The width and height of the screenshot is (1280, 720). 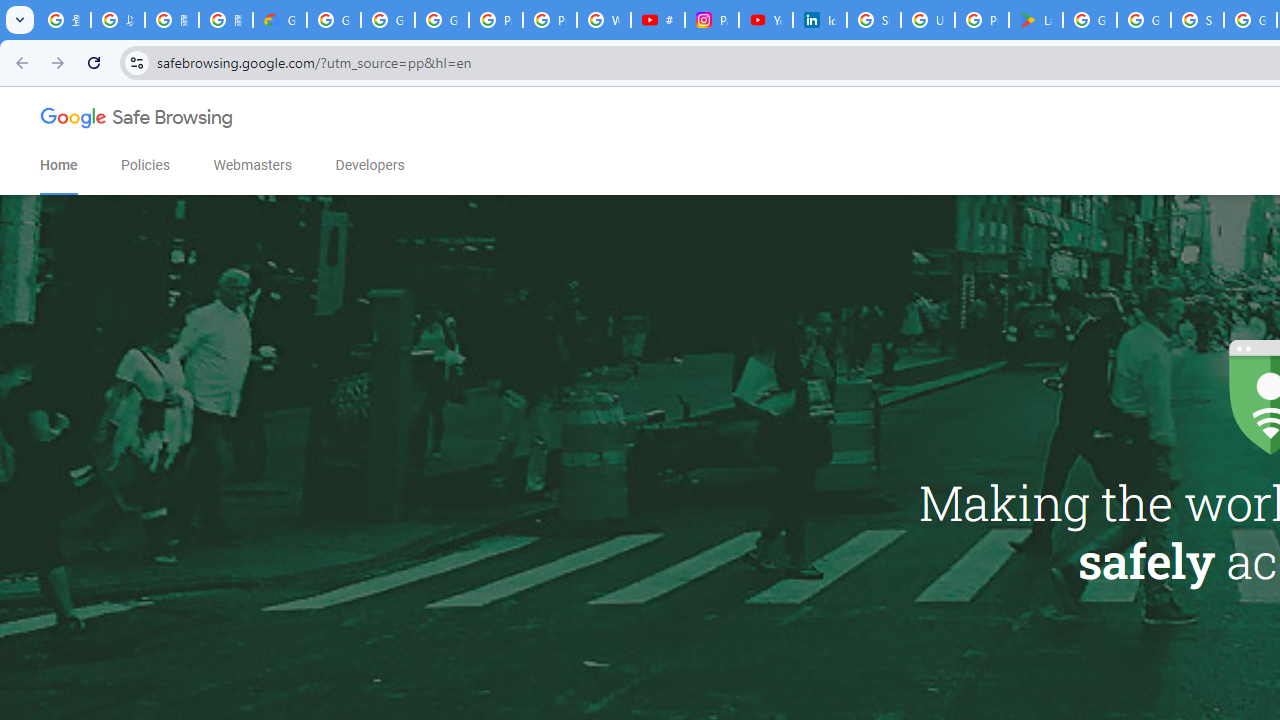 What do you see at coordinates (369, 164) in the screenshot?
I see `'Developers'` at bounding box center [369, 164].